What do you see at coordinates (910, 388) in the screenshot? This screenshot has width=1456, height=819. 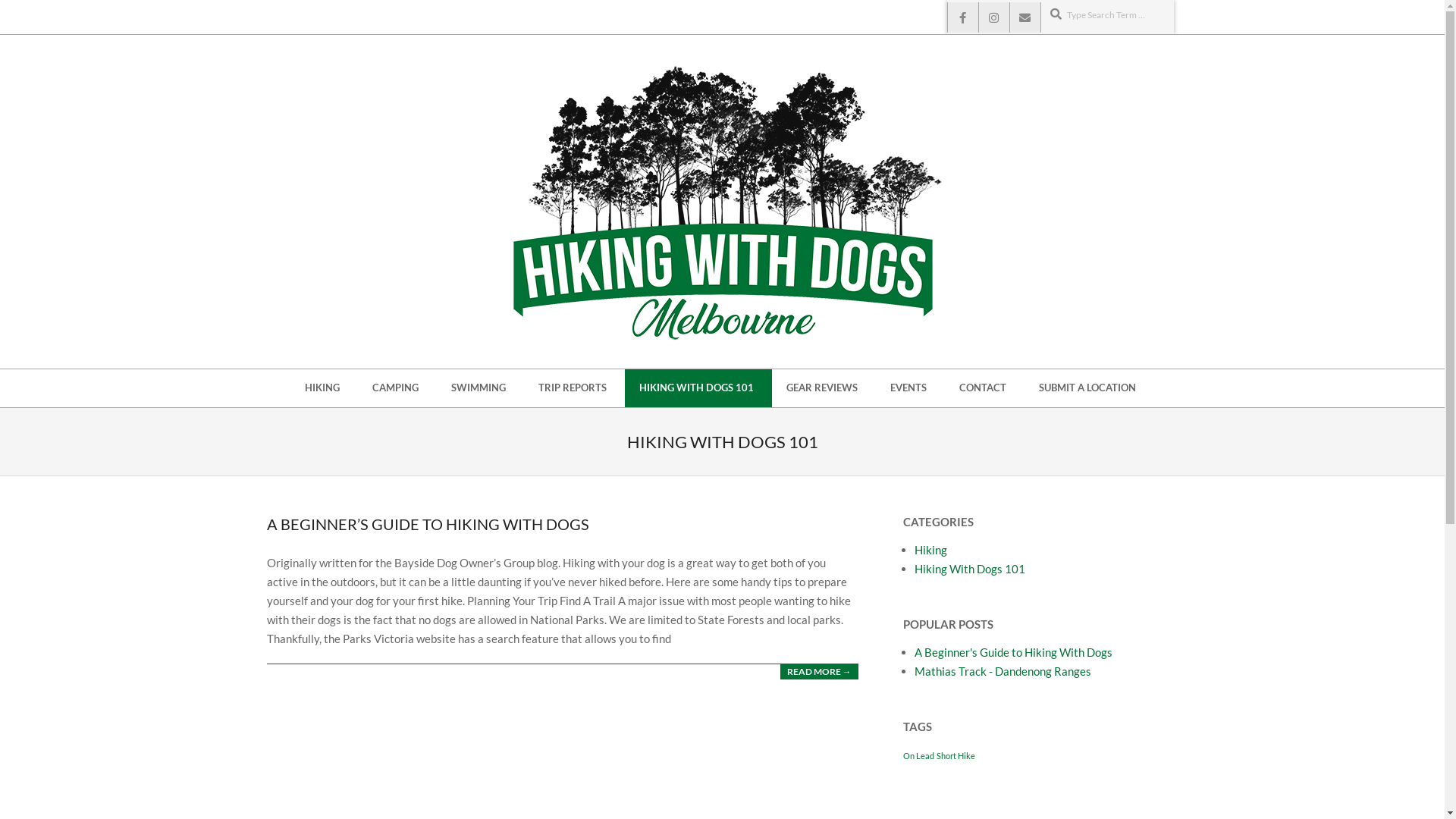 I see `'EVENTS'` at bounding box center [910, 388].